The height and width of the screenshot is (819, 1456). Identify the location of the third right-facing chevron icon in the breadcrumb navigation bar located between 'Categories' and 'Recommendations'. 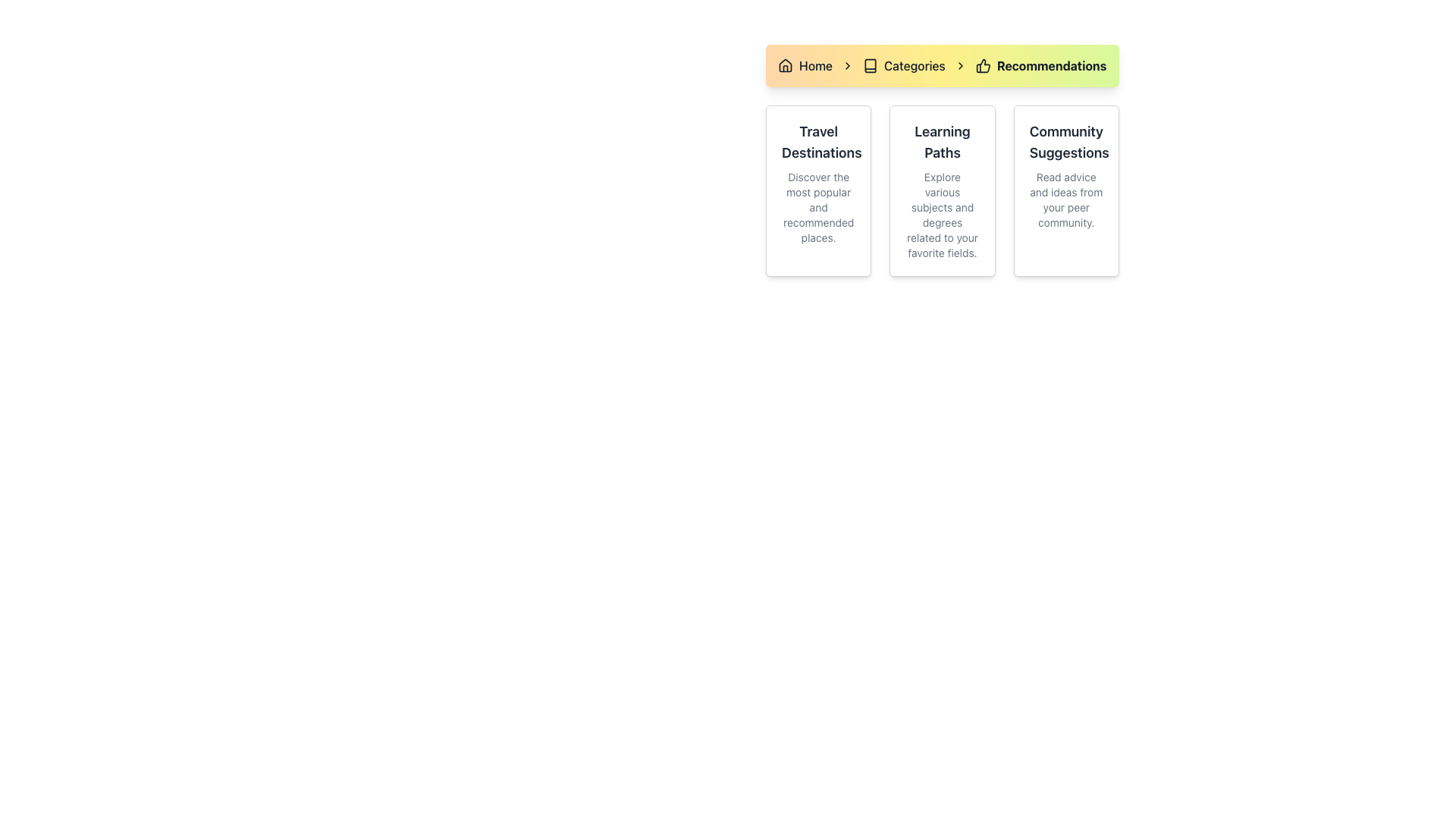
(959, 65).